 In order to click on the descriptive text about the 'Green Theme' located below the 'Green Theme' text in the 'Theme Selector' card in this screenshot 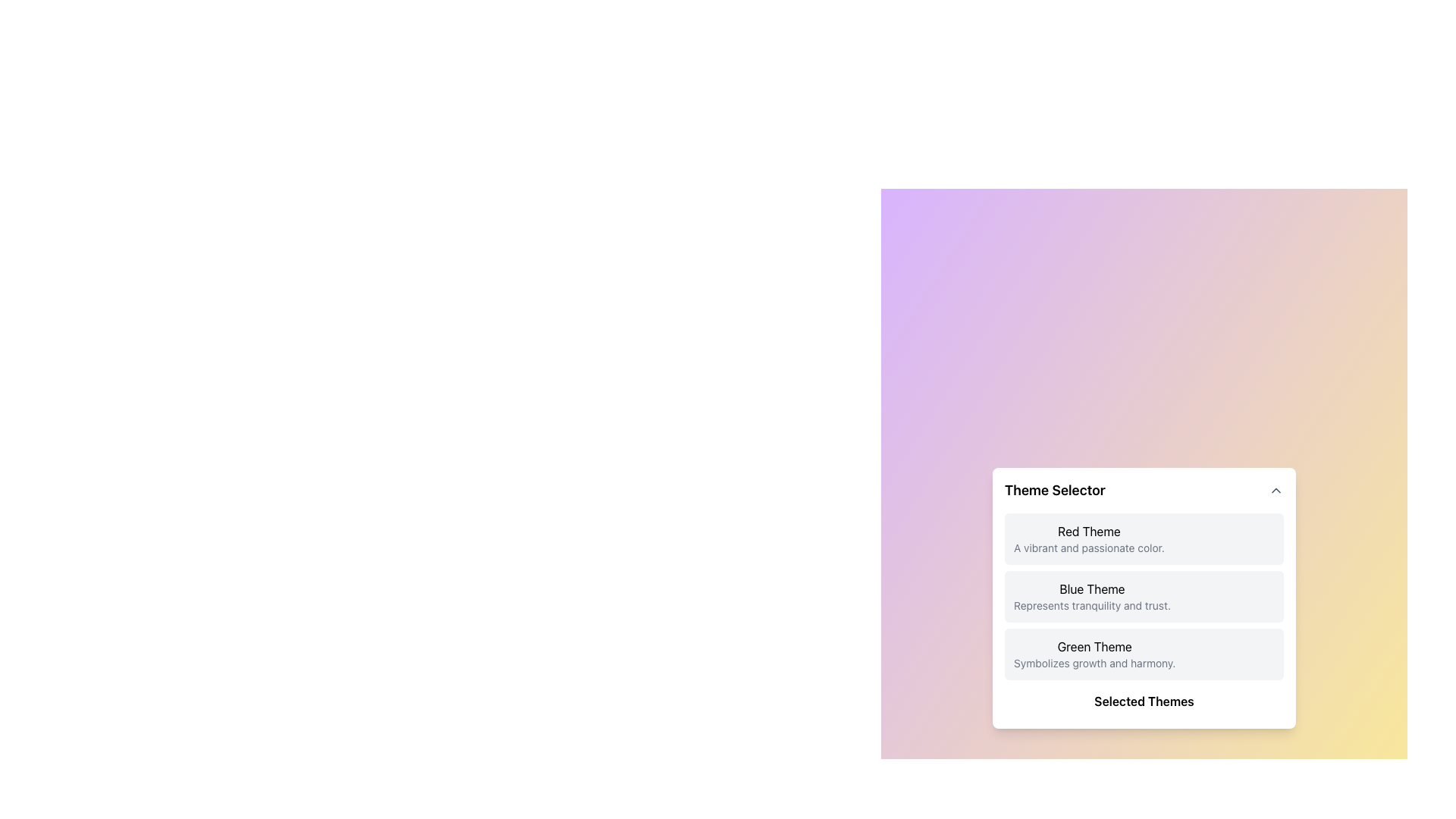, I will do `click(1094, 663)`.